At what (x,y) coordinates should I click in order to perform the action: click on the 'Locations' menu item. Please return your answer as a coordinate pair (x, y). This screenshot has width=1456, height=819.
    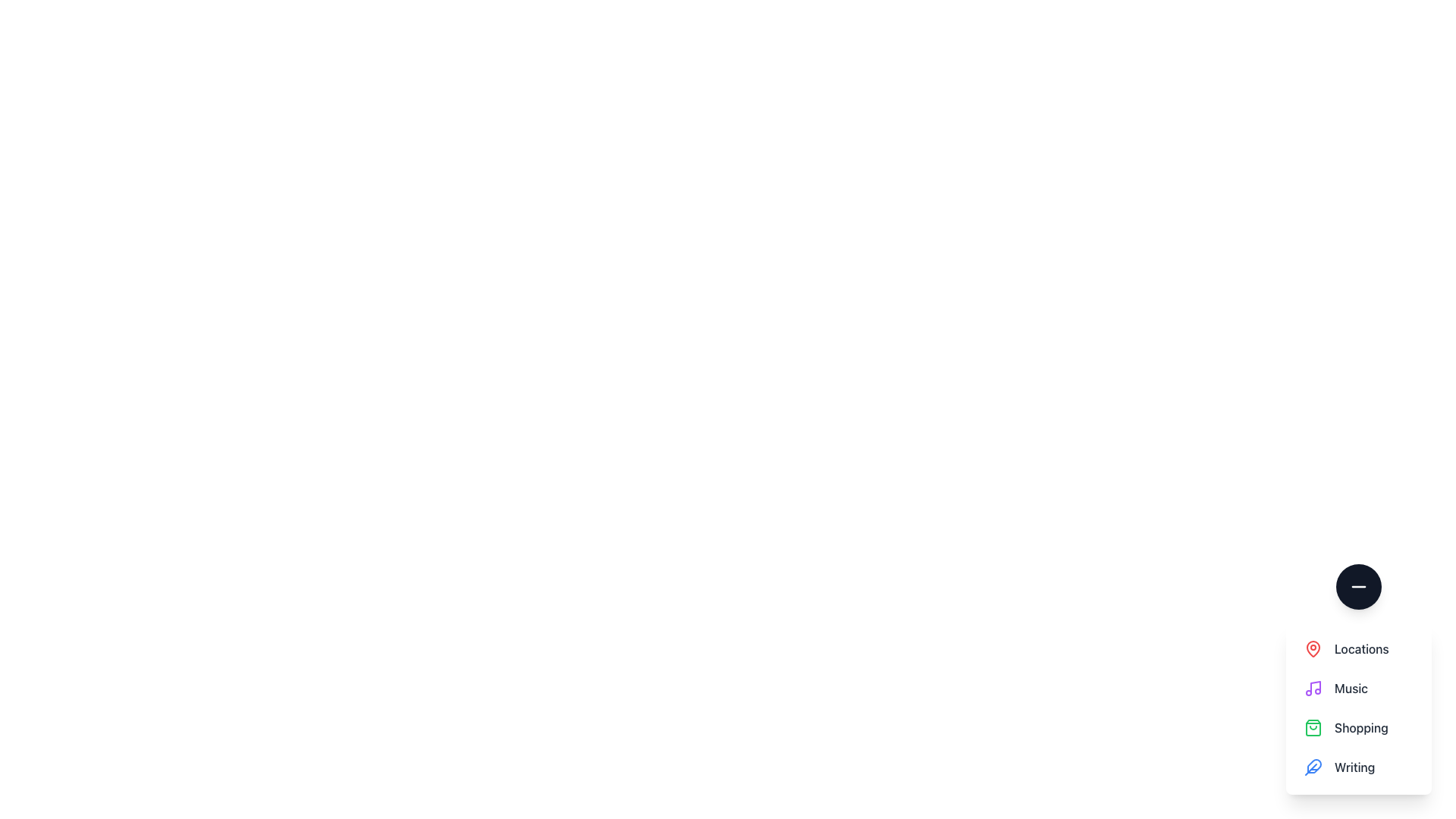
    Looking at the image, I should click on (1358, 648).